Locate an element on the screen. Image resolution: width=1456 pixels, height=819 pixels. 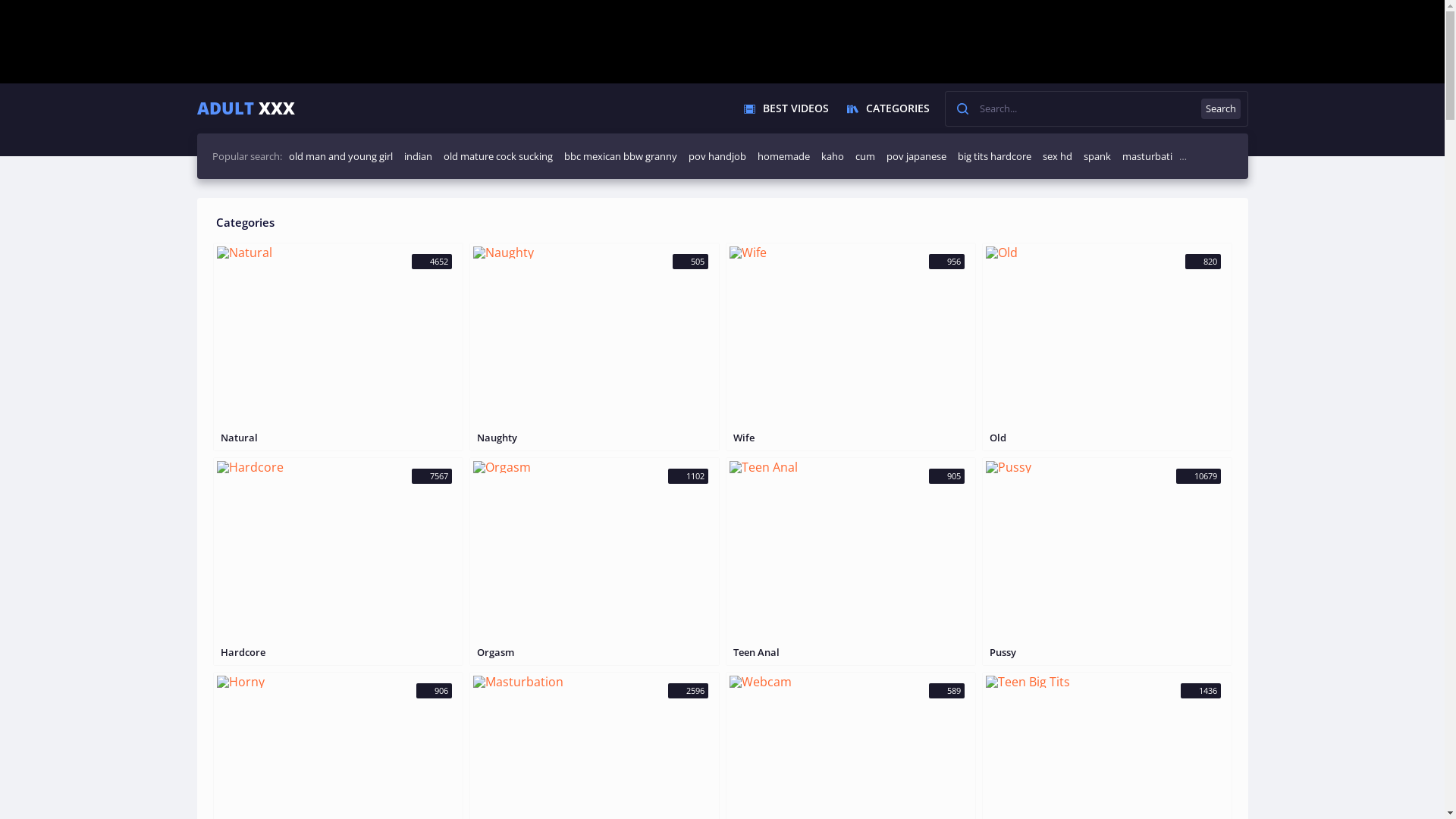
'820' is located at coordinates (1106, 336).